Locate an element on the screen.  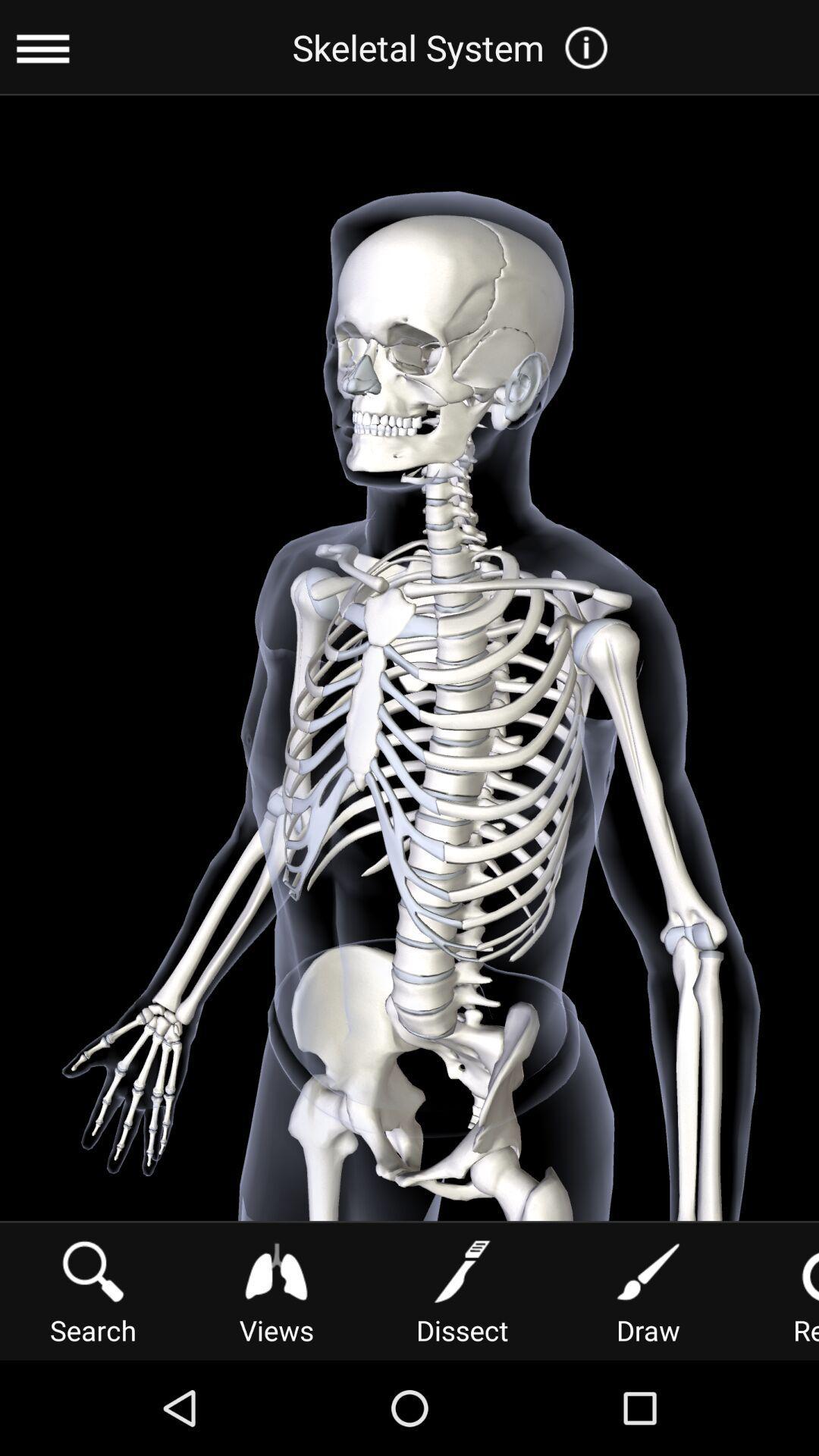
button to the left of the draw item is located at coordinates (461, 1289).